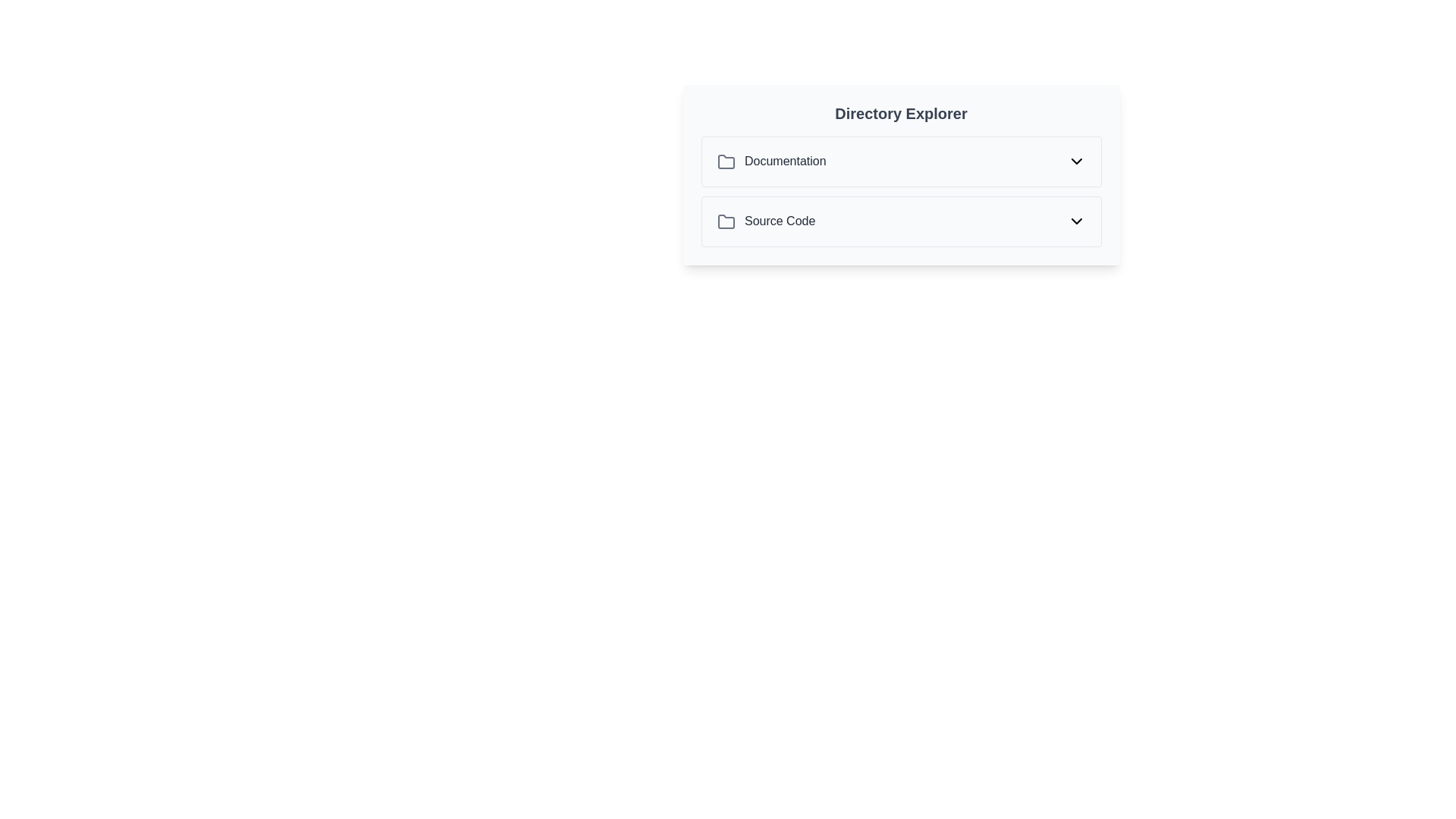 The height and width of the screenshot is (819, 1456). Describe the element at coordinates (725, 162) in the screenshot. I see `the folder icon element, which is a simplistic outline style SVG vector graphic, to trigger a contextual action` at that location.